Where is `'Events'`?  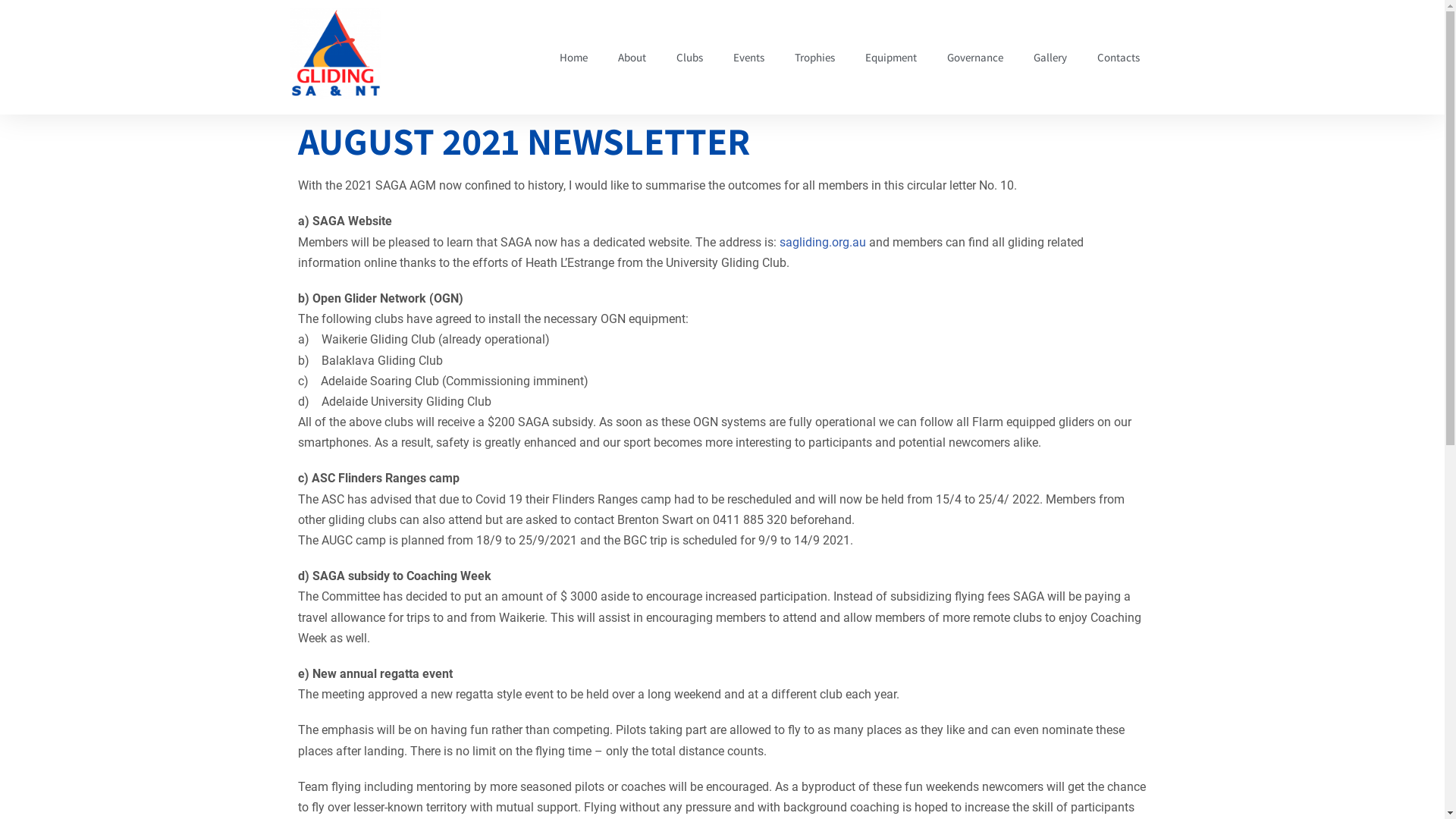
'Events' is located at coordinates (748, 57).